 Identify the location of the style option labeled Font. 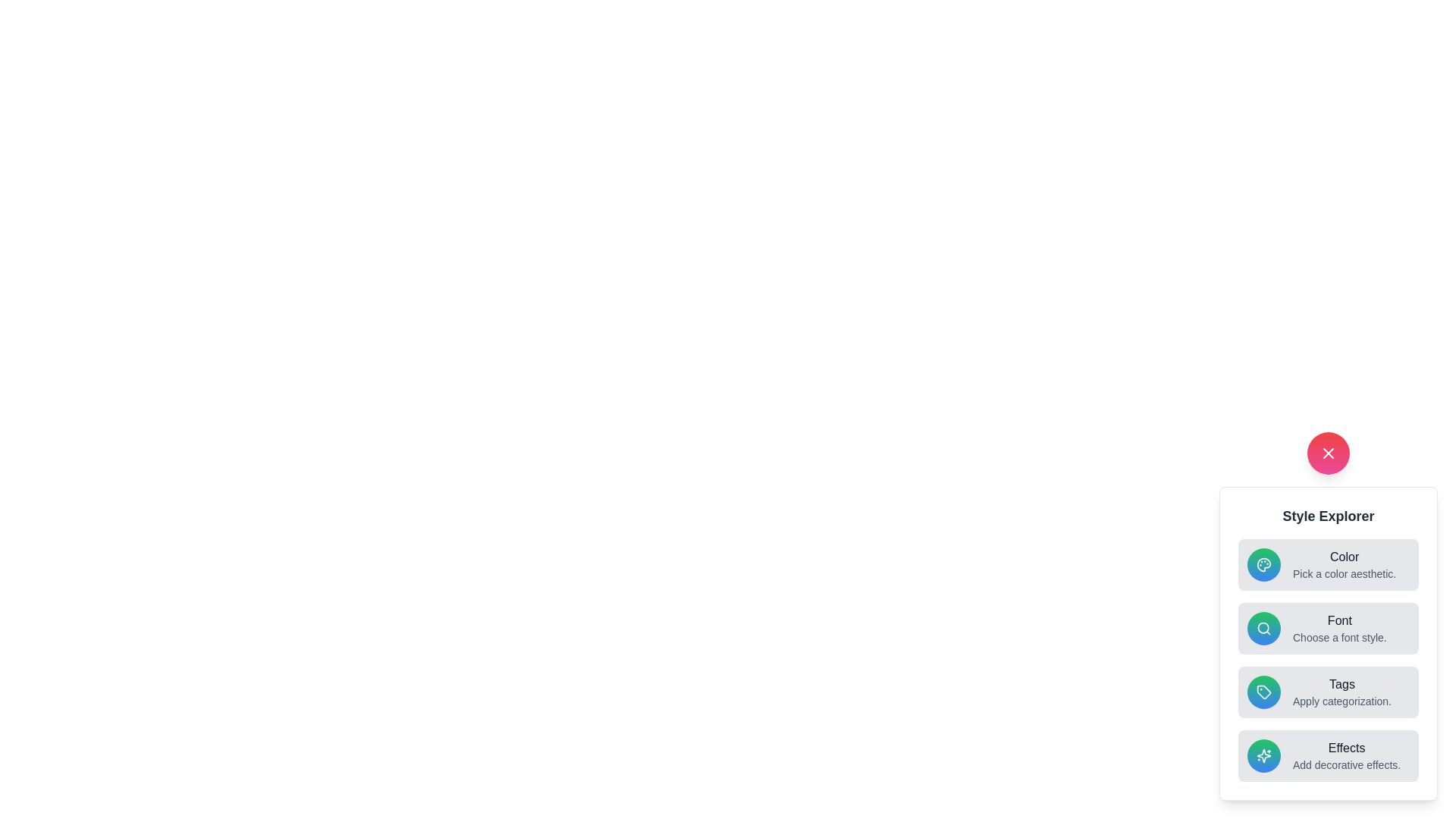
(1328, 629).